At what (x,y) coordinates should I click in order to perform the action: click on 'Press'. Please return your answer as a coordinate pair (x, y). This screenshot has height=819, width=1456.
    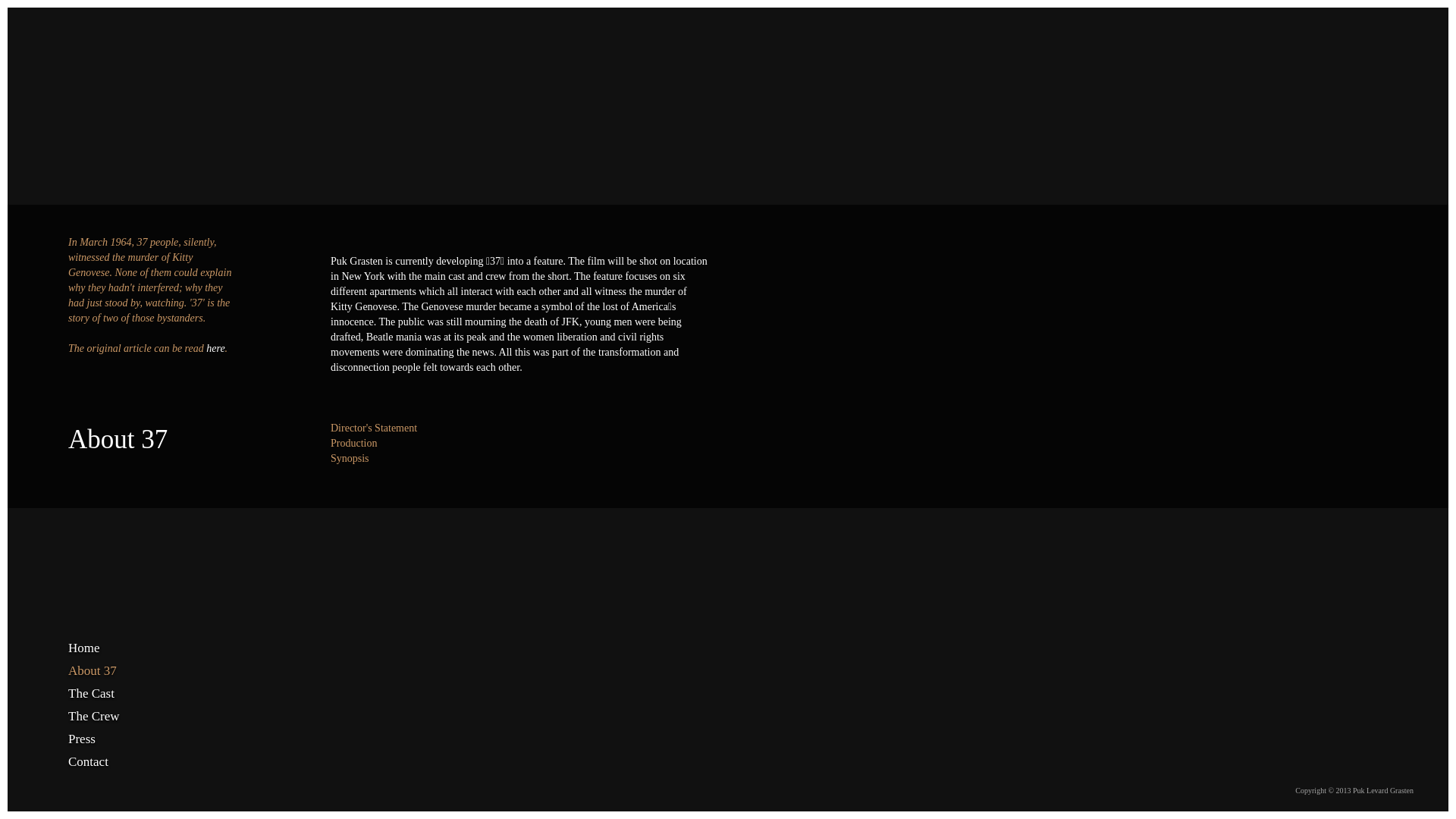
    Looking at the image, I should click on (108, 739).